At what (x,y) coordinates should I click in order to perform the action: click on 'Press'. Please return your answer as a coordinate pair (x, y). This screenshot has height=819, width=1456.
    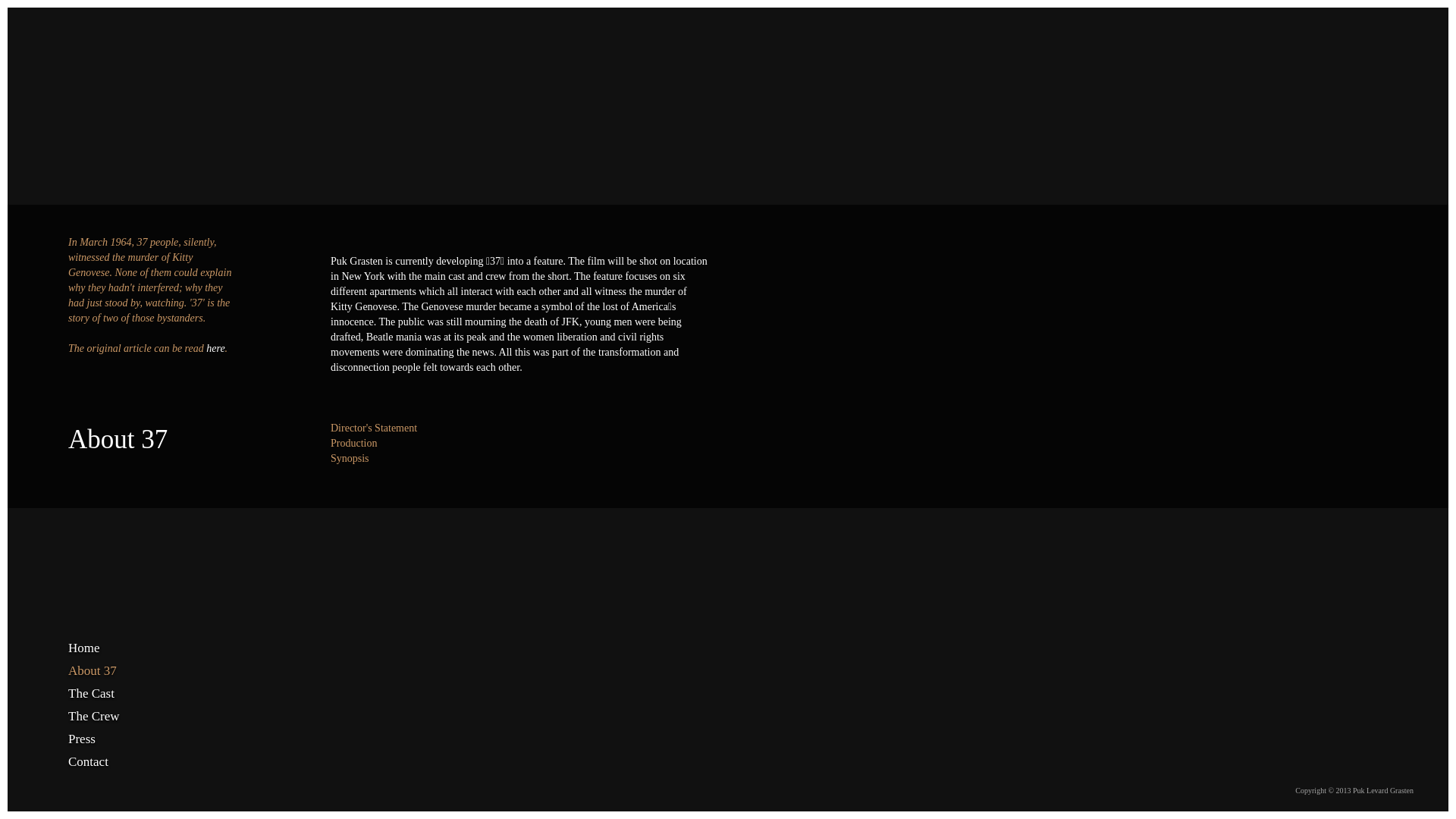
    Looking at the image, I should click on (108, 739).